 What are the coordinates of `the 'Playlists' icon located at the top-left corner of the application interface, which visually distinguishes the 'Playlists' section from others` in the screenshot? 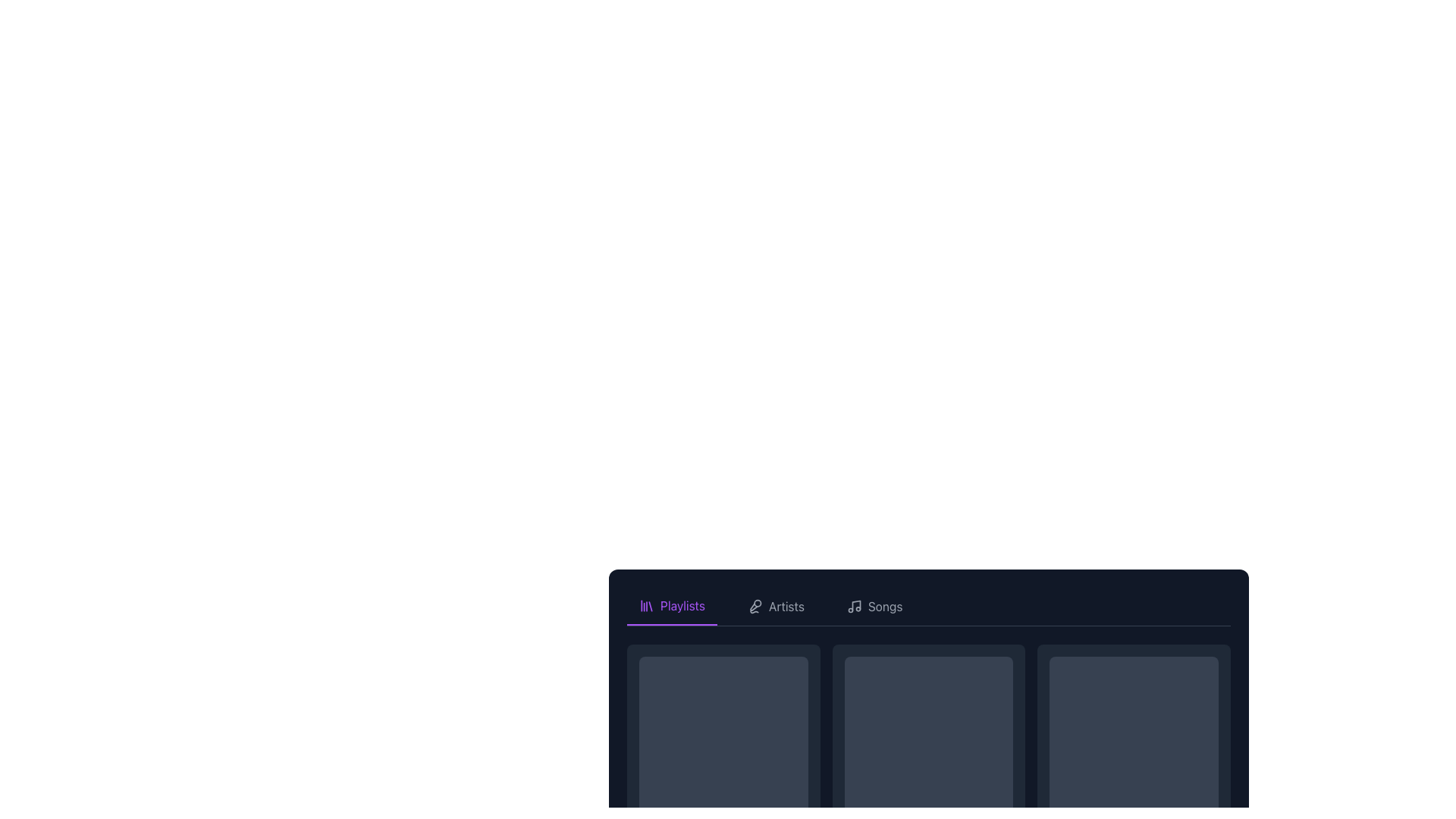 It's located at (647, 604).